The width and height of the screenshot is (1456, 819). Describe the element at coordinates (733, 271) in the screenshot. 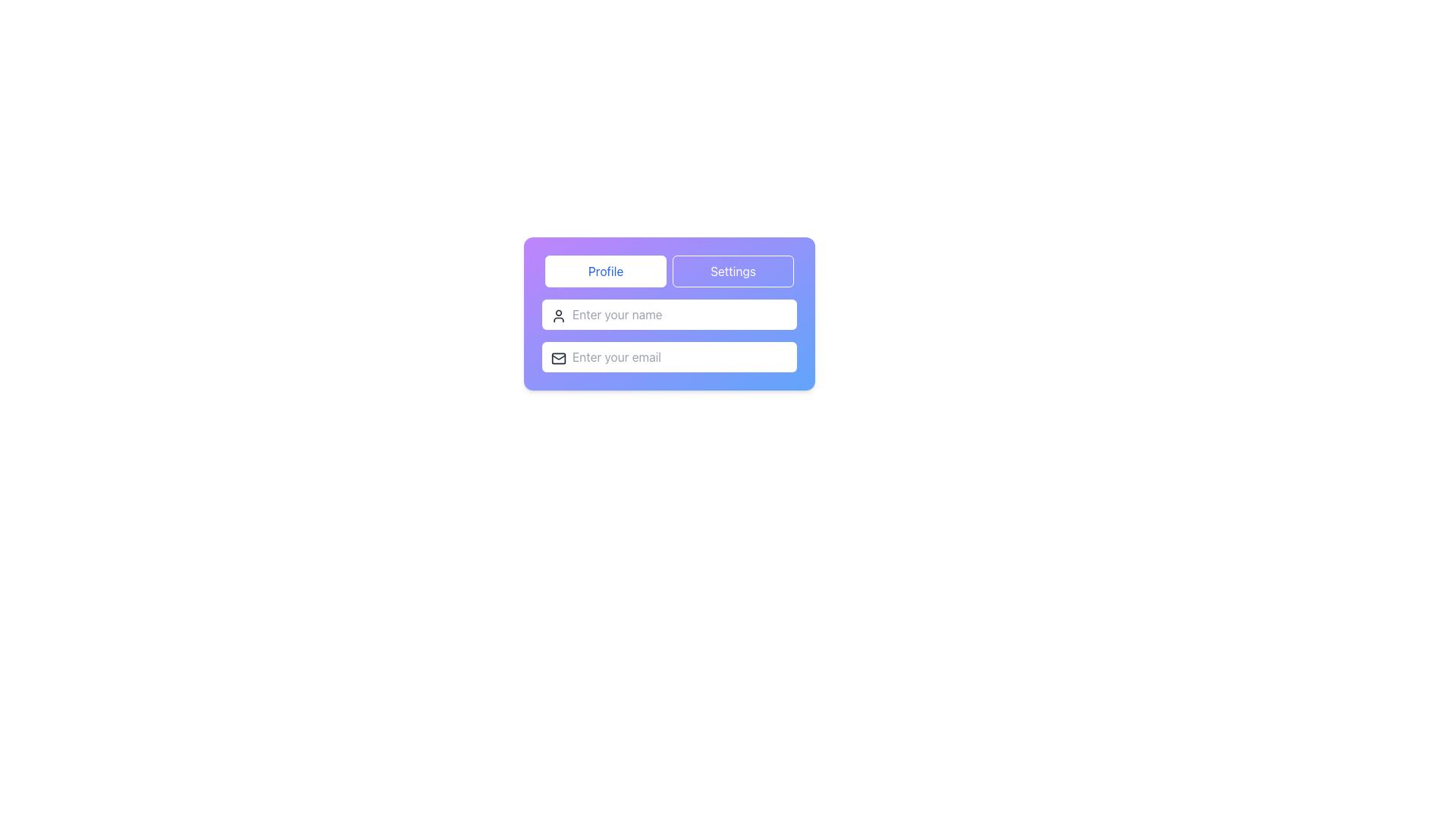

I see `the 'Settings' button, which is a rectangular button with rounded corners, transparent background, and white border` at that location.